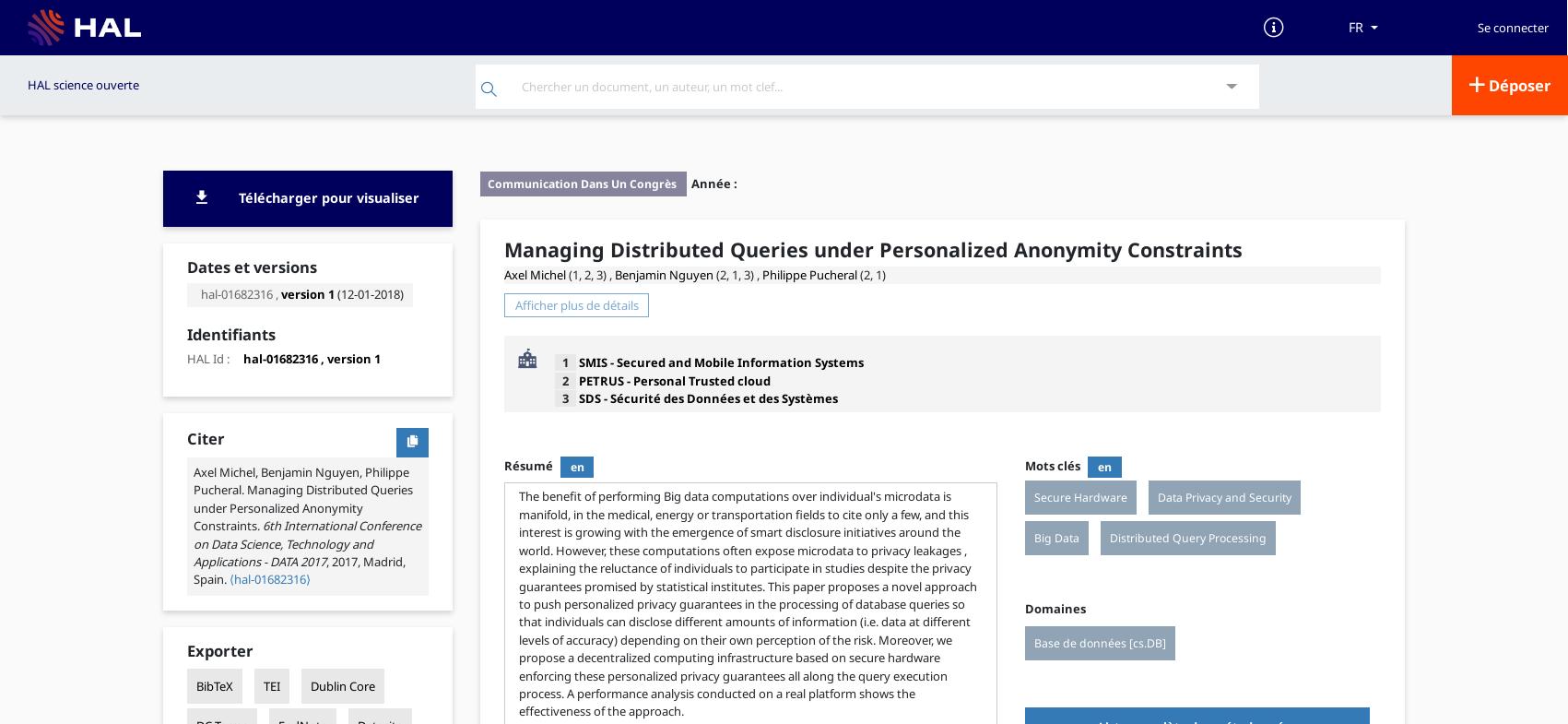  Describe the element at coordinates (737, 272) in the screenshot. I see `'(2, 1, 3)
            
                            ,'` at that location.